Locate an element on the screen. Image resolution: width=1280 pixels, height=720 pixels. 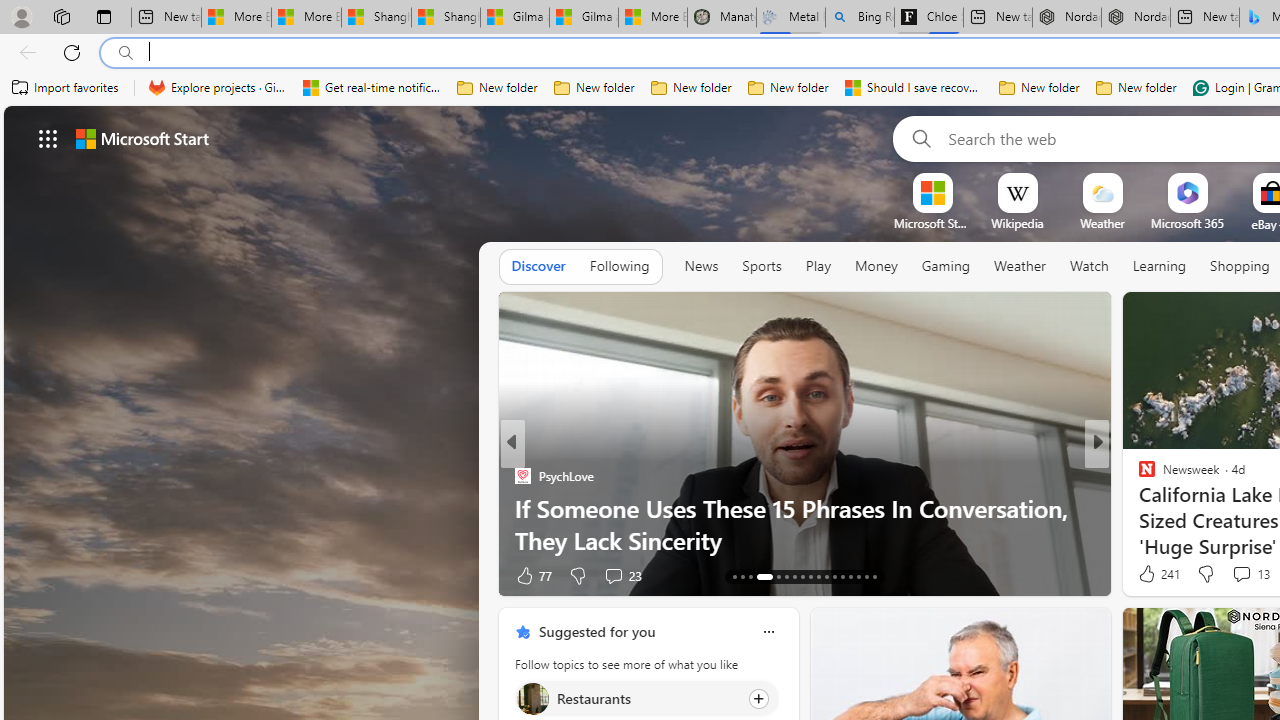
'AutomationID: tab-14' is located at coordinates (742, 577).